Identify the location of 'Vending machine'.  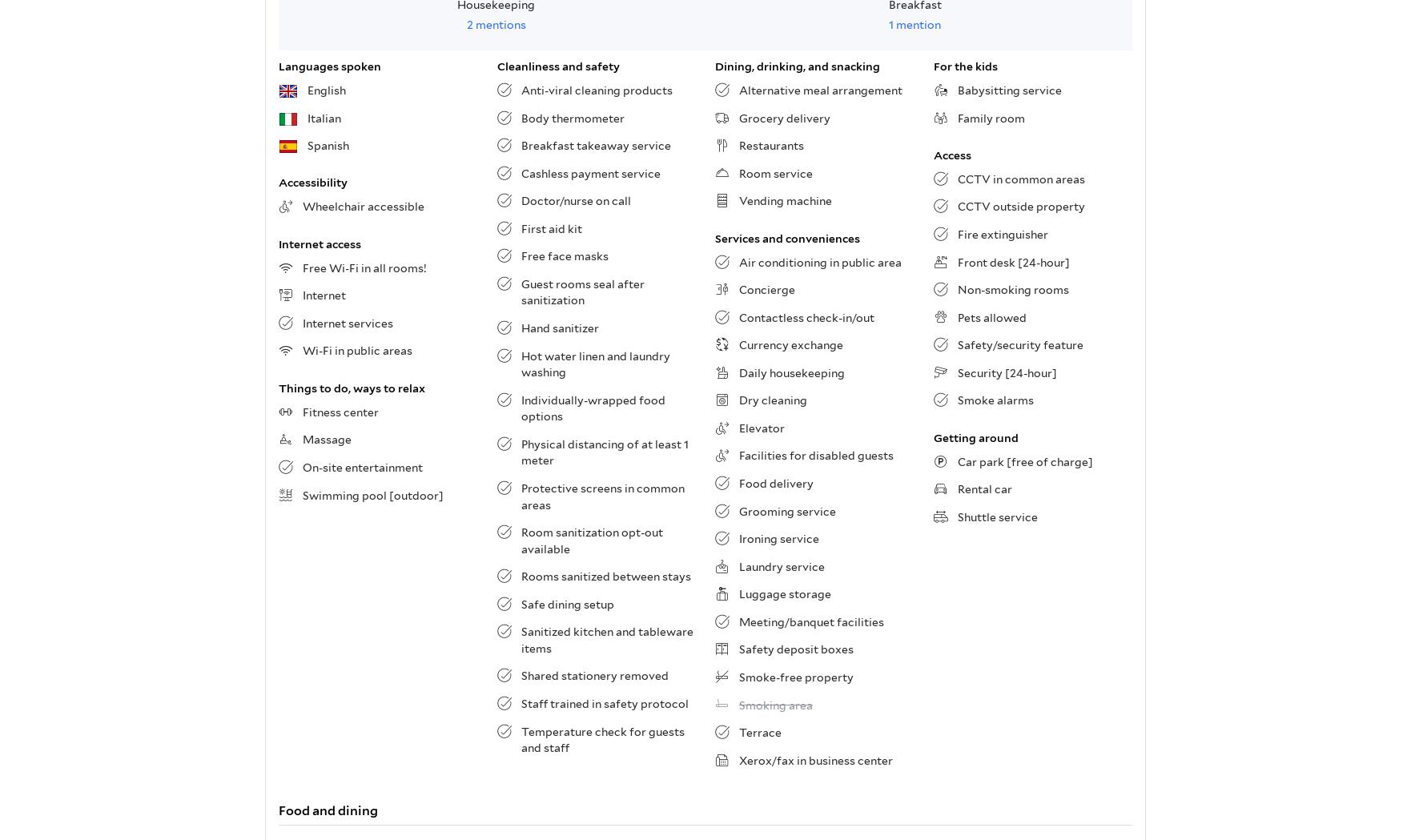
(738, 200).